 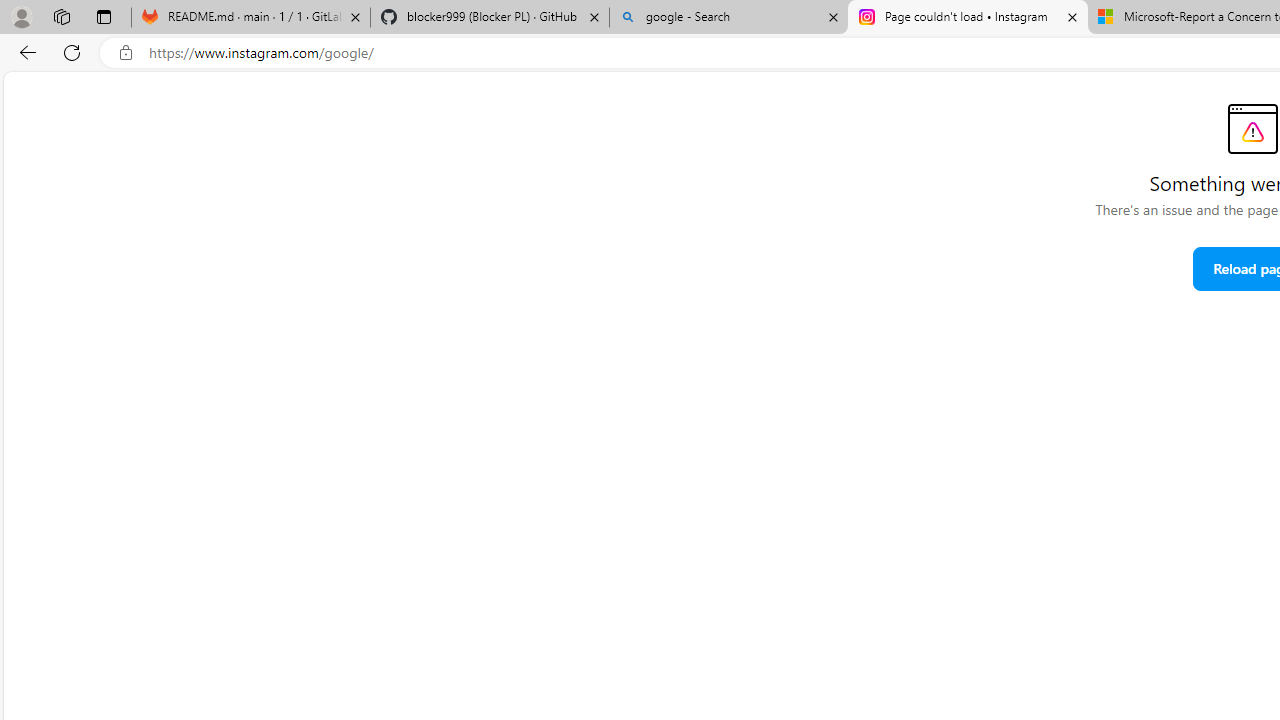 What do you see at coordinates (728, 17) in the screenshot?
I see `'google - Search'` at bounding box center [728, 17].